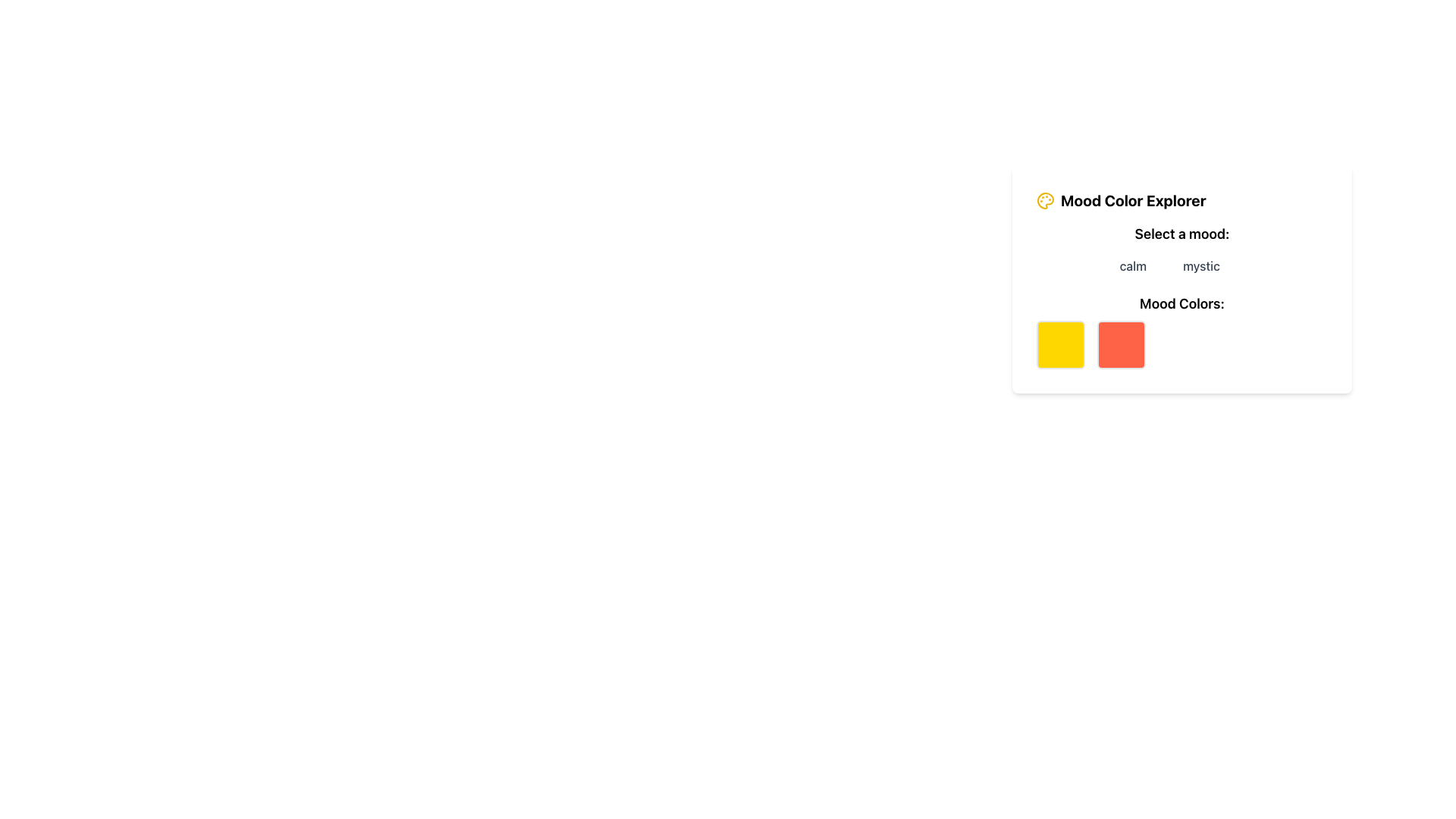  I want to click on the 'mystic' button, so click(1200, 265).